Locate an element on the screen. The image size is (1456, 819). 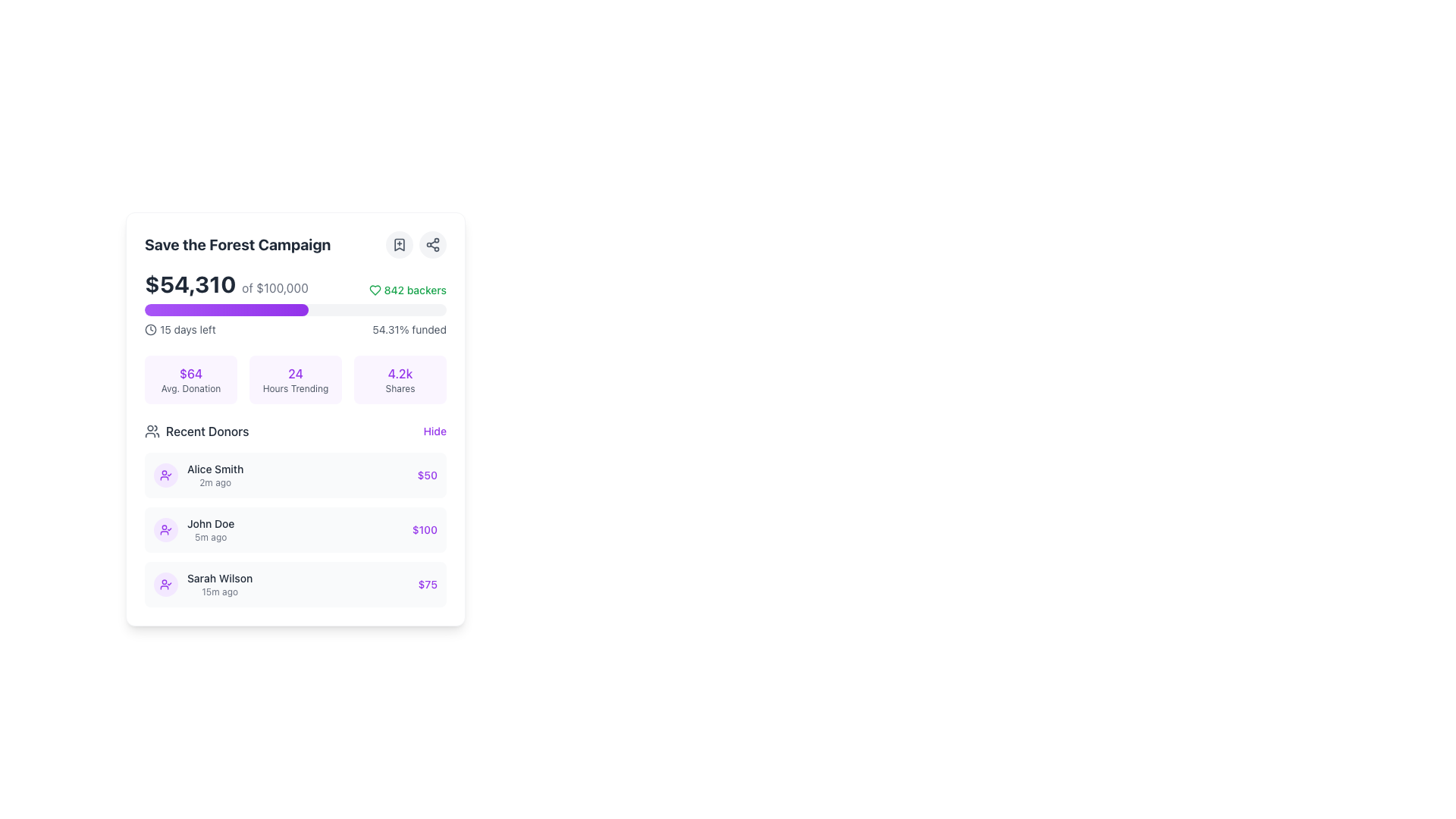
name and timestamp of the third donor's information in the 'Recent Donors' section of the 'Save the Forest Campaign' card is located at coordinates (202, 584).